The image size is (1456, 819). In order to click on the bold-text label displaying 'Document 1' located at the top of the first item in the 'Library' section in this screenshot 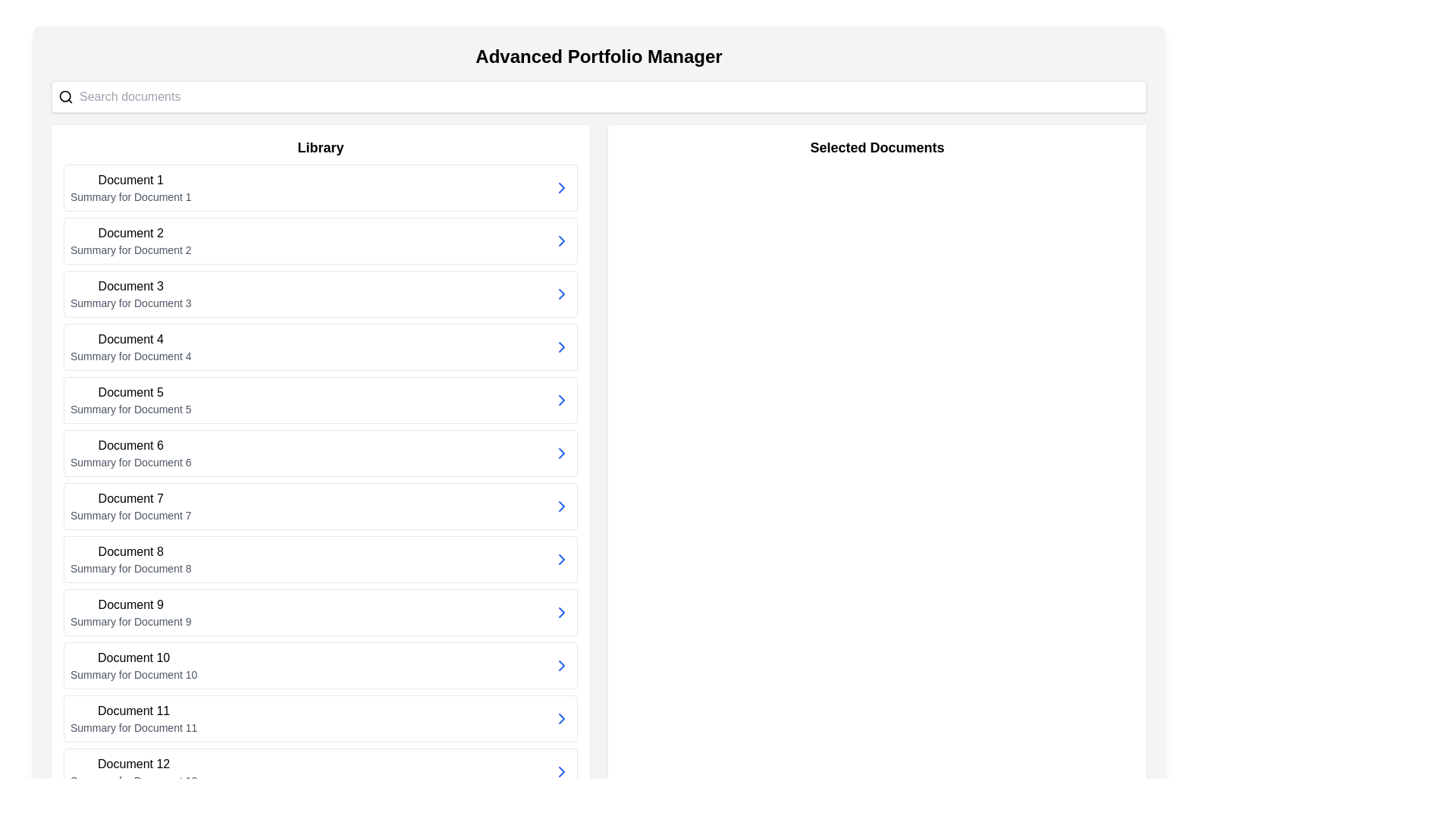, I will do `click(130, 180)`.